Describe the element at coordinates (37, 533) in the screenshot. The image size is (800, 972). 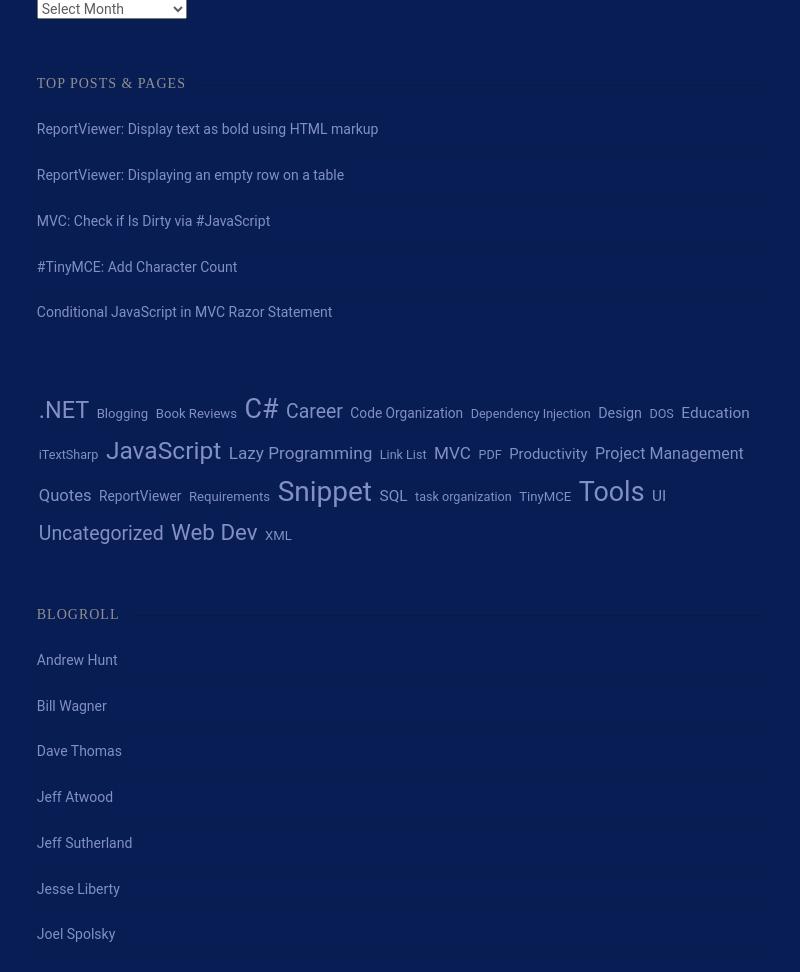
I see `'Uncategorized'` at that location.